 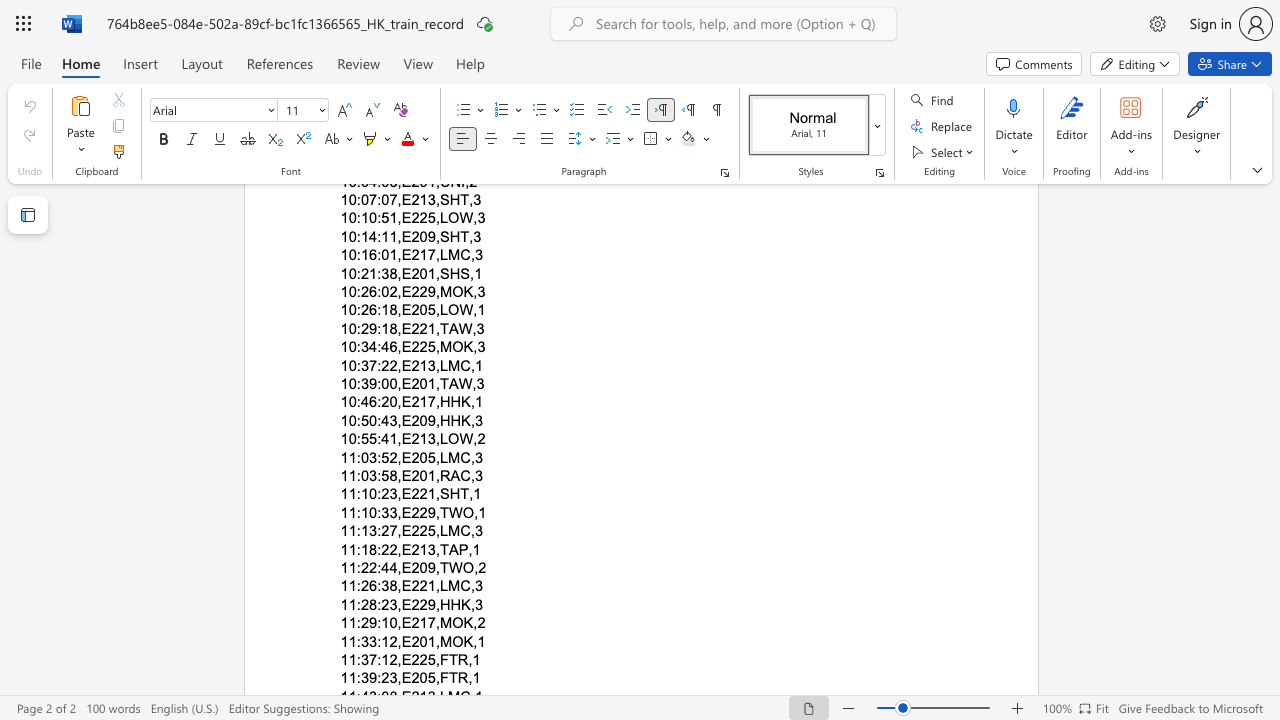 I want to click on the space between the continuous character "1" and "1" in the text, so click(x=348, y=585).